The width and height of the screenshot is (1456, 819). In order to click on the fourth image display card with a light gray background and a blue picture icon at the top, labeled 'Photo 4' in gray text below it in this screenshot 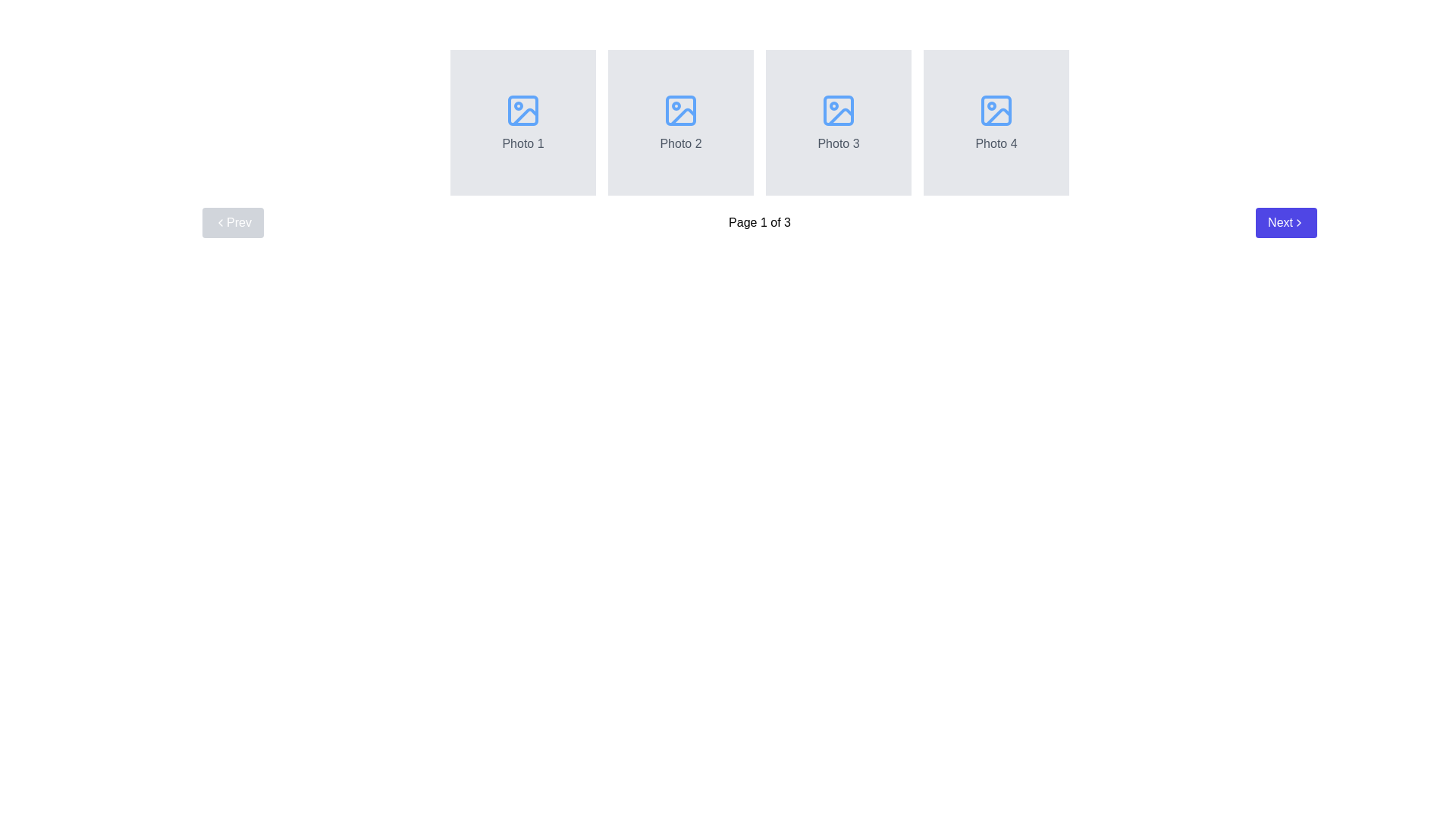, I will do `click(996, 122)`.